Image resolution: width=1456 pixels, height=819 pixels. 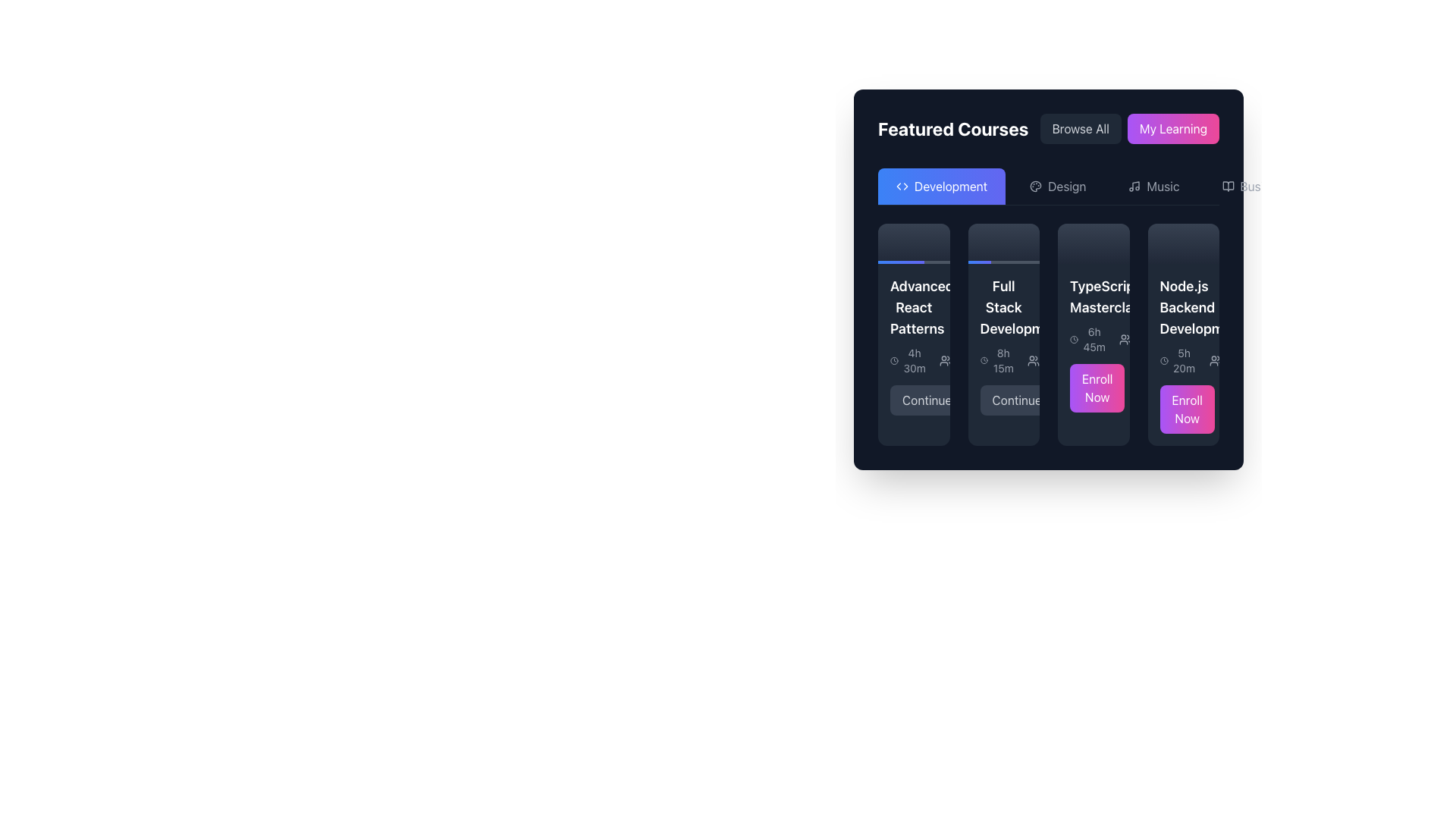 I want to click on the 'My Learning' button, which is a rectangular button with a gradient background from purple to pink and white text, located to the right of the 'Browse All' button in the 'Featured Courses' section, so click(x=1172, y=127).